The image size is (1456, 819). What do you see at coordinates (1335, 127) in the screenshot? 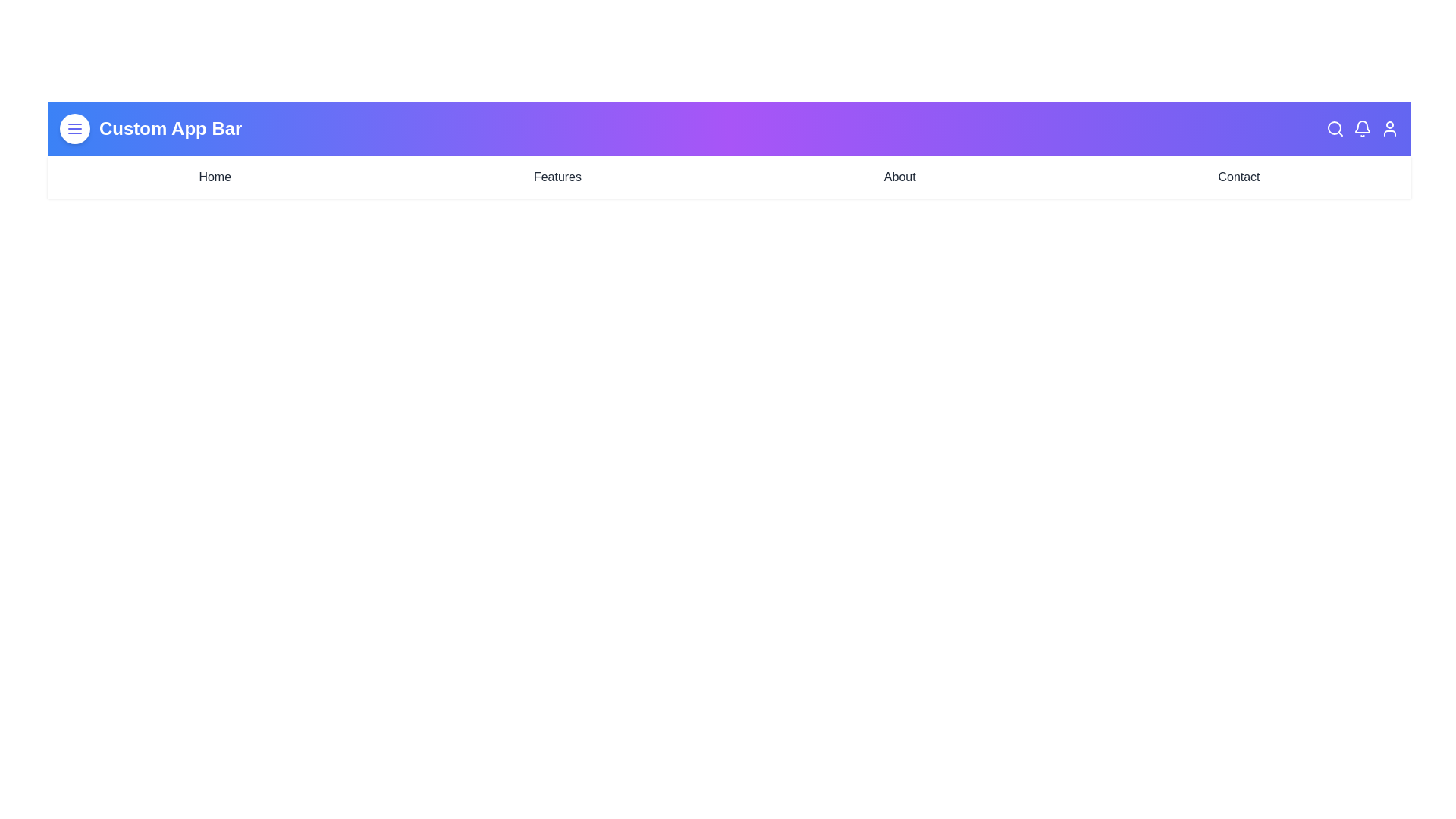
I see `the search icon to activate its functionality` at bounding box center [1335, 127].